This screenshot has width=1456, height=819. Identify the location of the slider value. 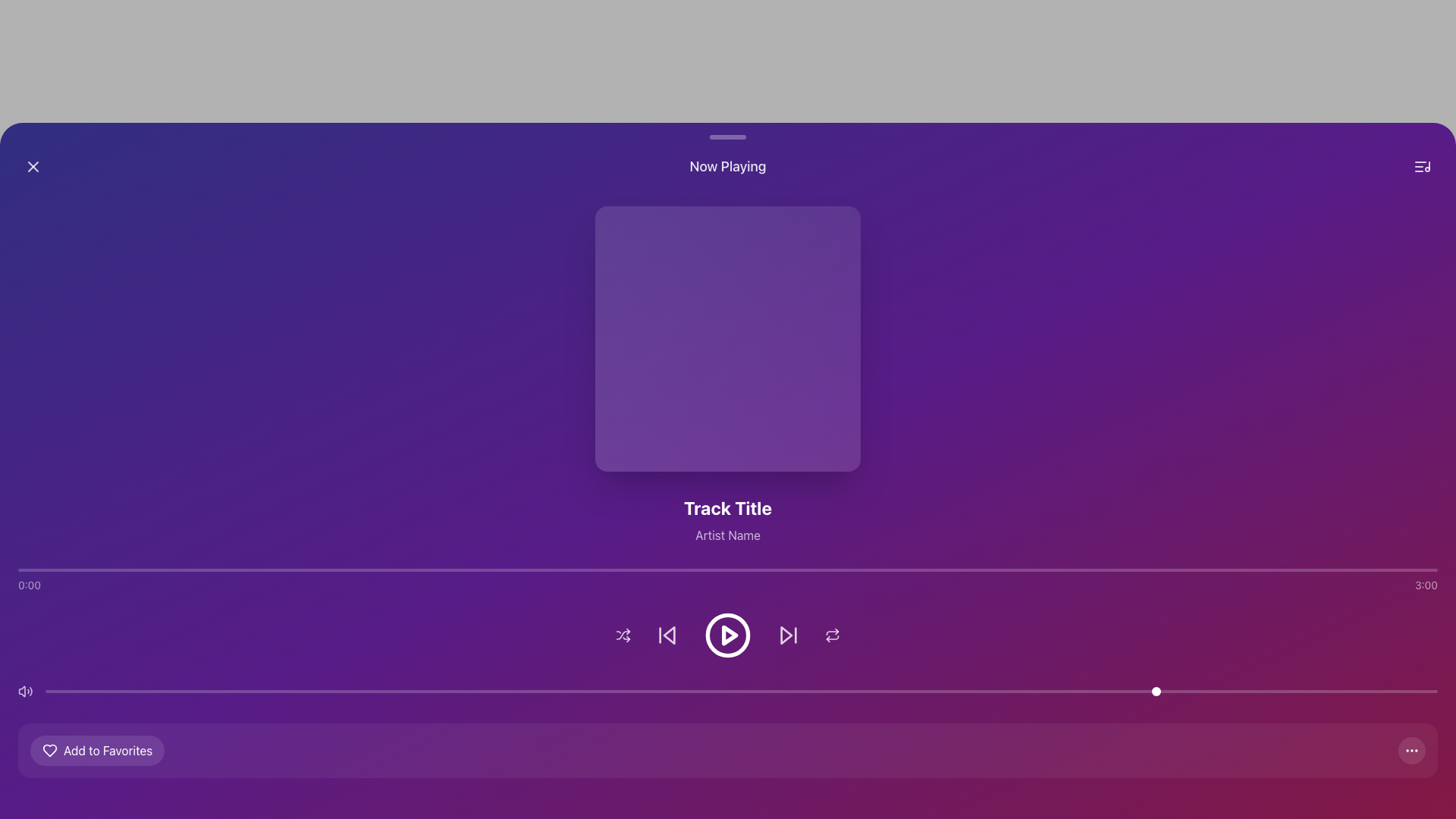
(1395, 691).